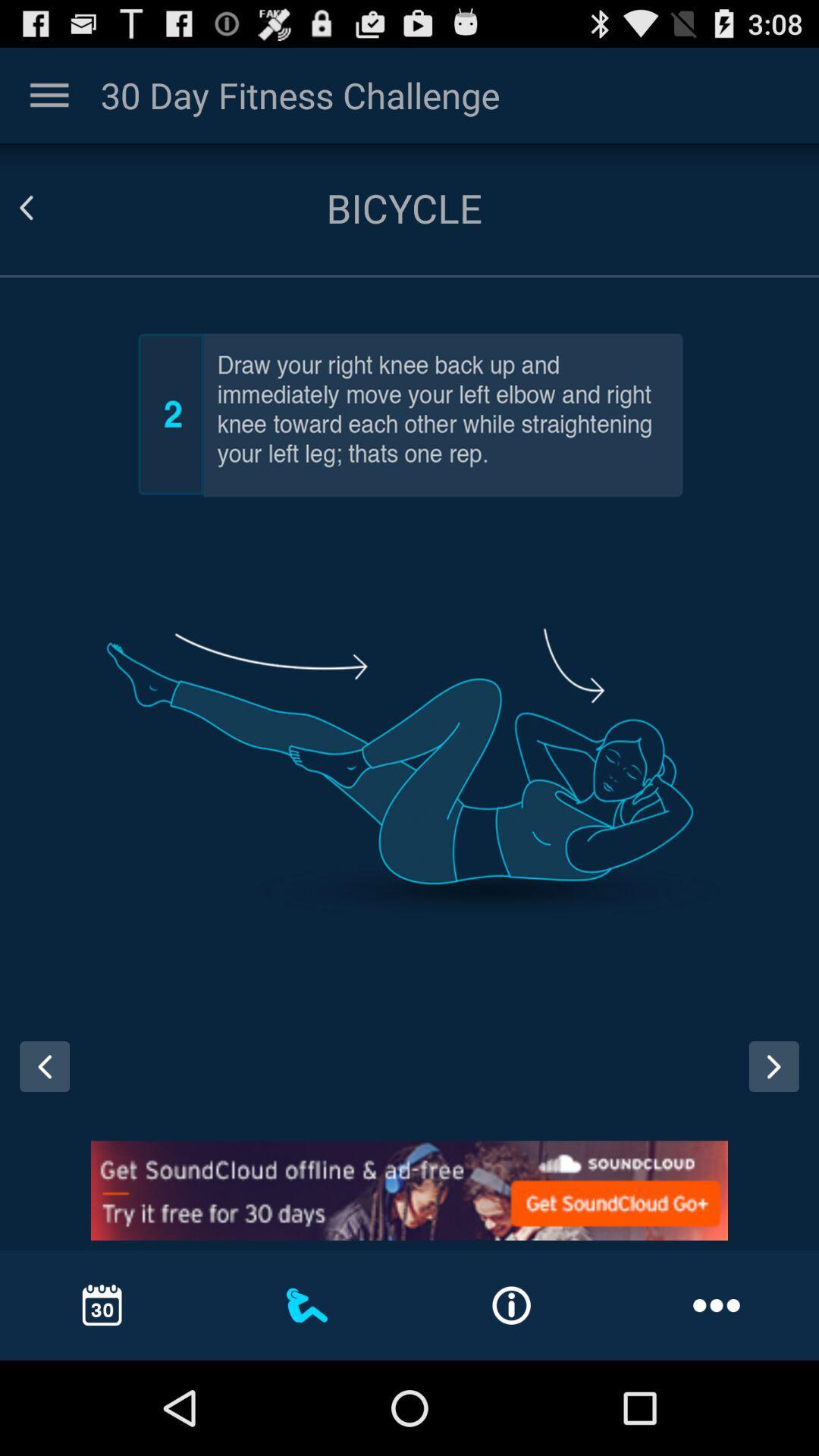 The width and height of the screenshot is (819, 1456). I want to click on the button was made to move to the next page, so click(779, 1080).